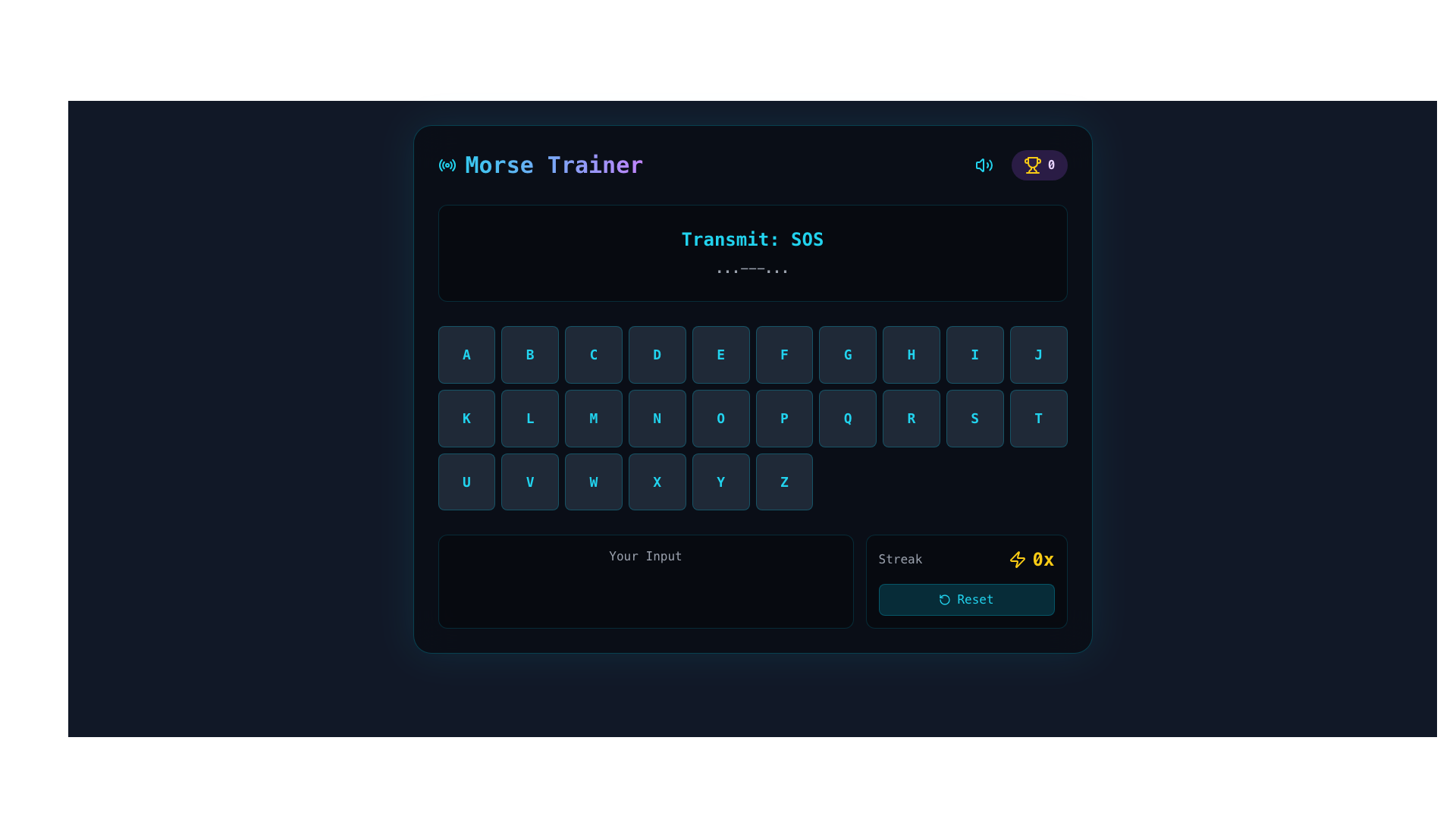 The height and width of the screenshot is (819, 1456). I want to click on the first cyan arc of the SVG illustration in the circular arrangement located near the 'Morse Trainer' title, so click(439, 165).